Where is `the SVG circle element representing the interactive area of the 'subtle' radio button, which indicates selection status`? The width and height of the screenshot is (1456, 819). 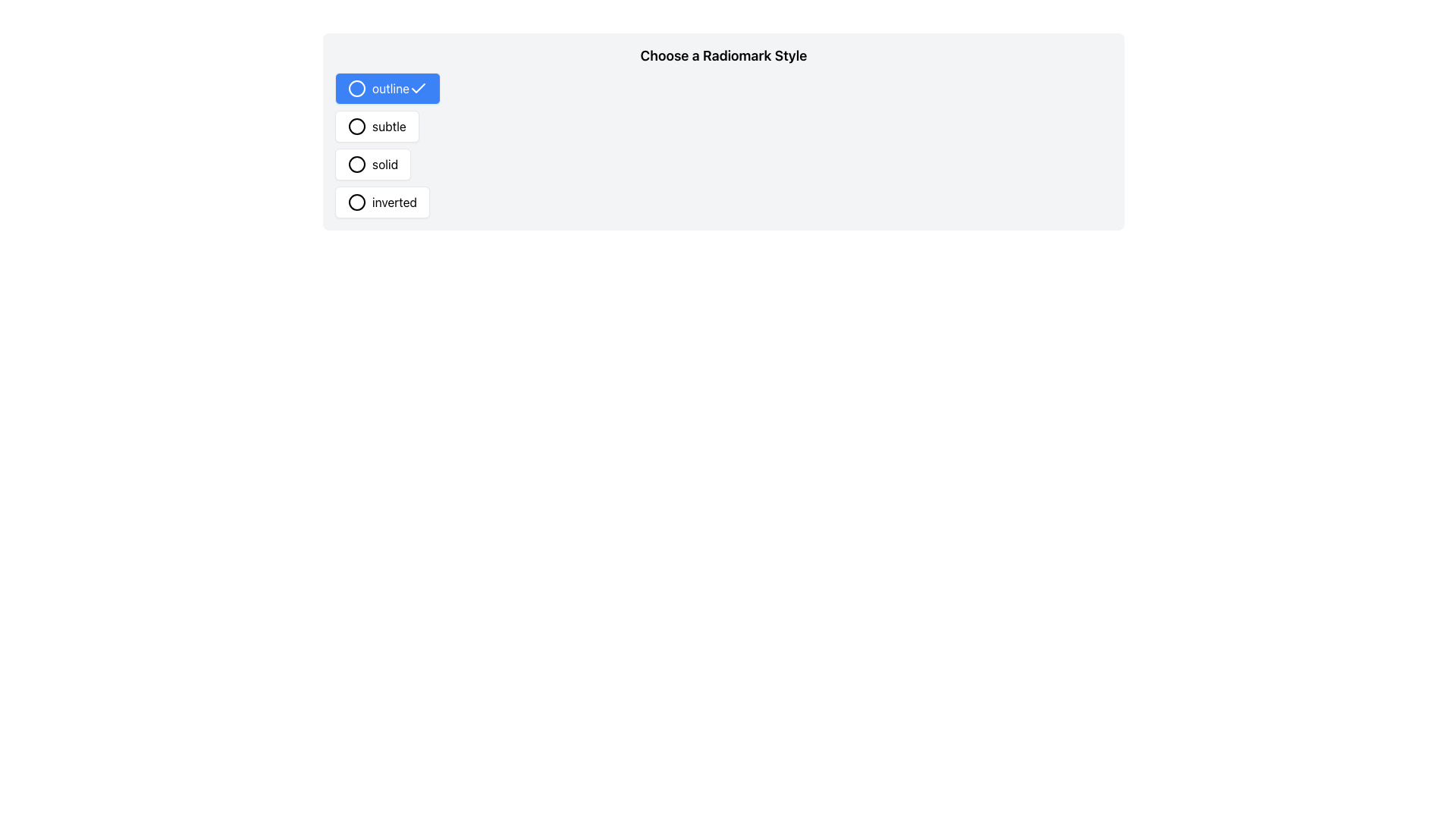 the SVG circle element representing the interactive area of the 'subtle' radio button, which indicates selection status is located at coordinates (356, 125).